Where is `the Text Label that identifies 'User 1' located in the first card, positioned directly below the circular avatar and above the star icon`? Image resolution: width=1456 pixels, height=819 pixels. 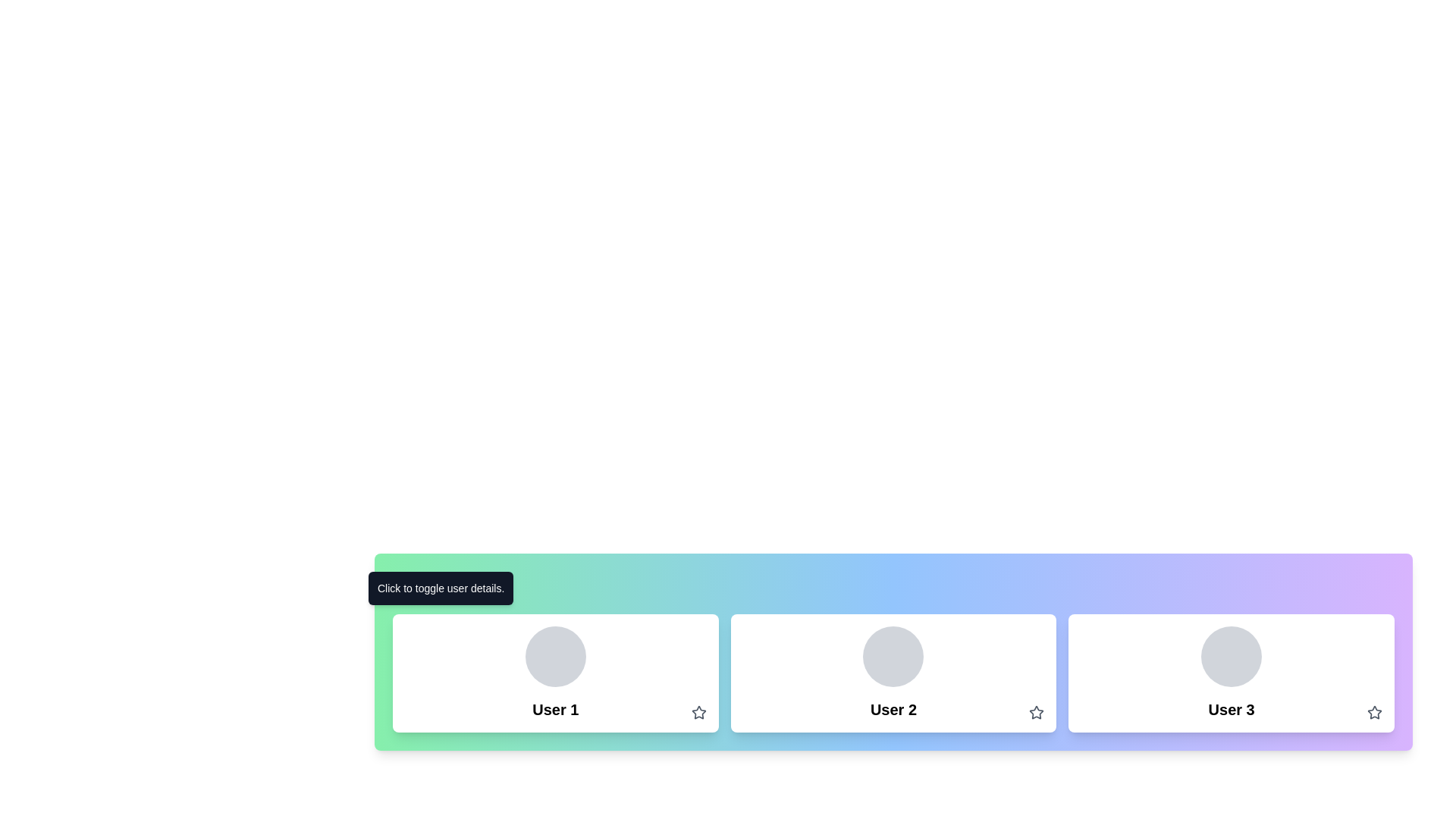
the Text Label that identifies 'User 1' located in the first card, positioned directly below the circular avatar and above the star icon is located at coordinates (554, 710).